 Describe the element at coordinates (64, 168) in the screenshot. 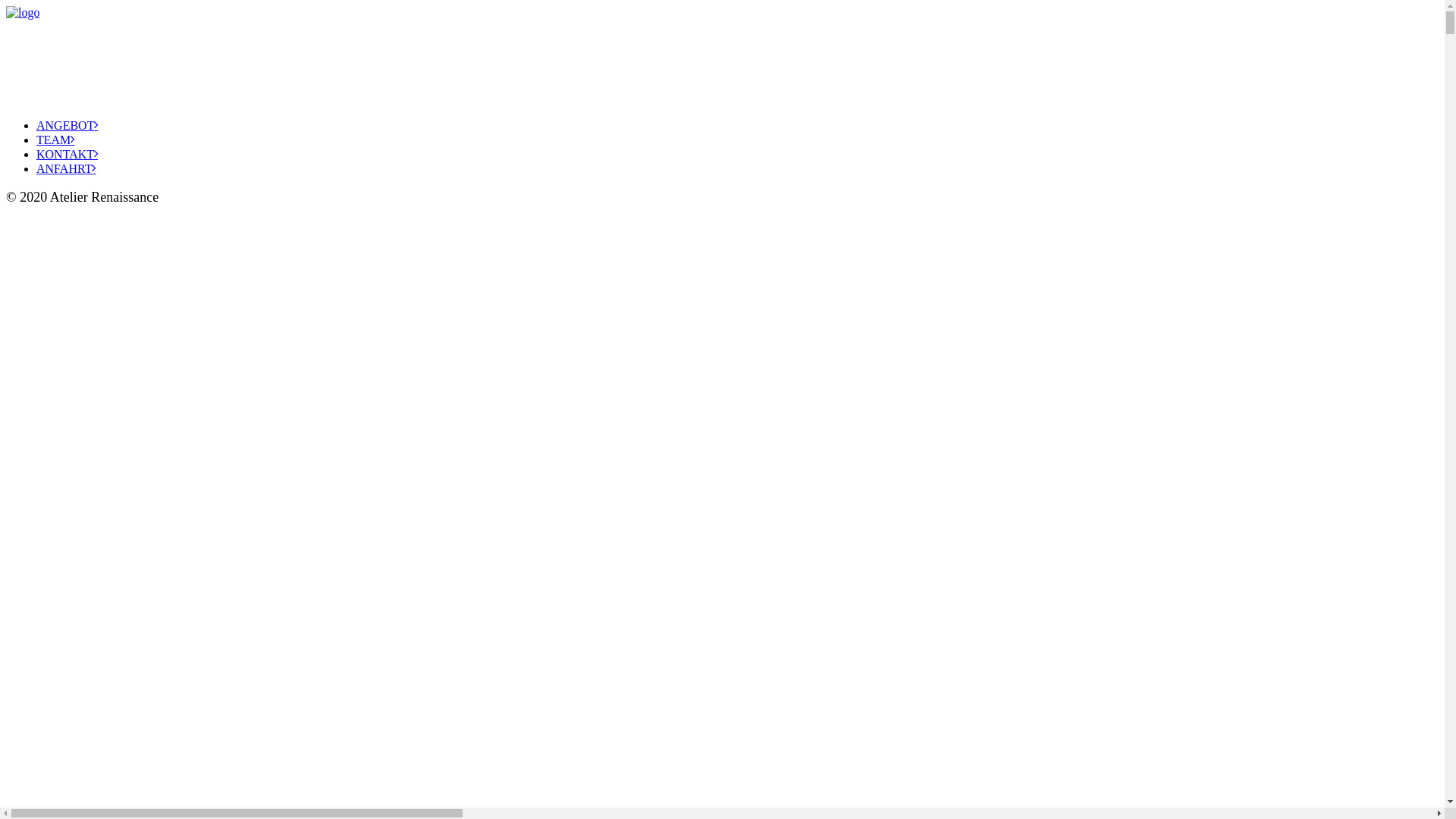

I see `'ANFAHRT'` at that location.